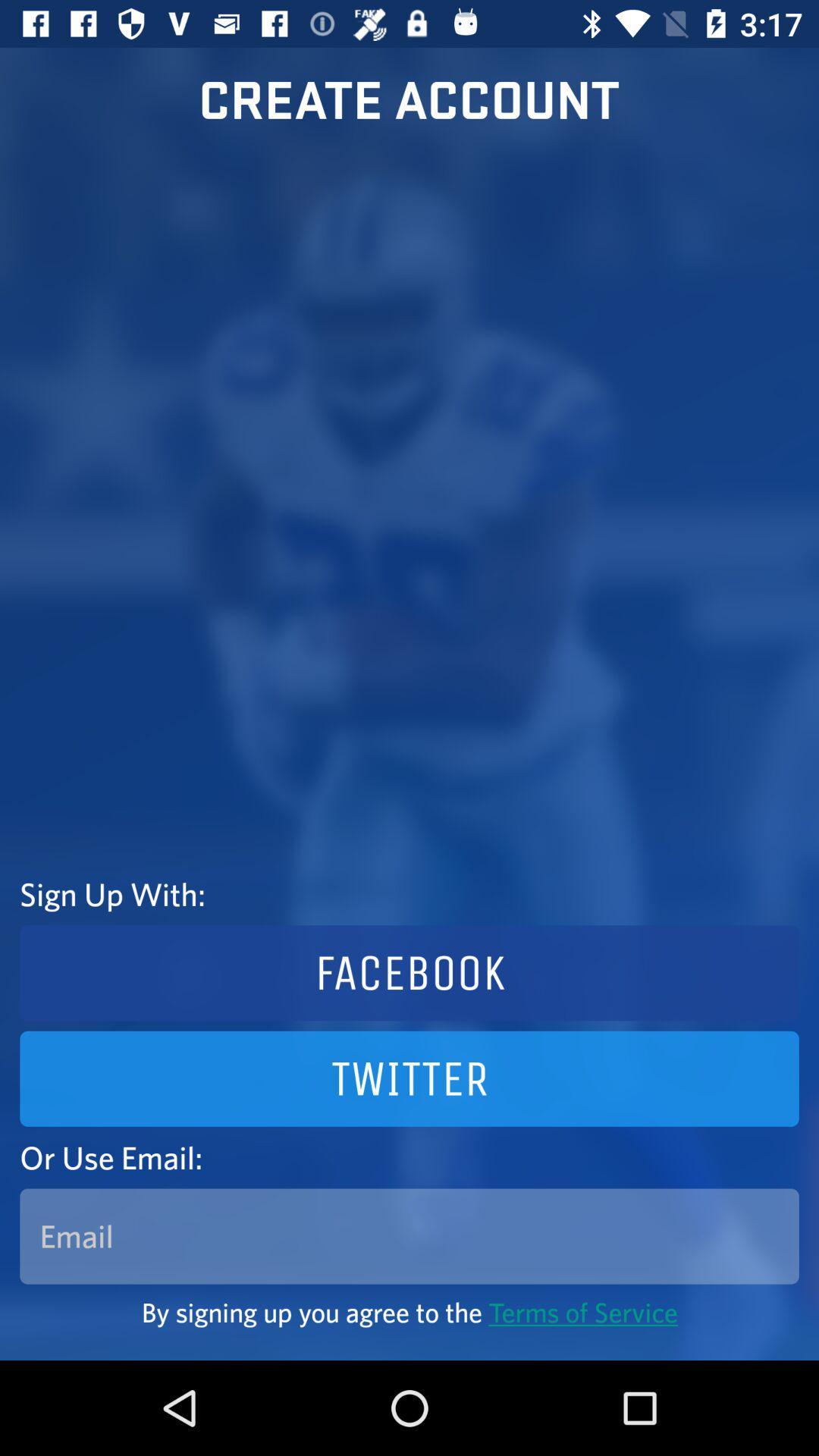 This screenshot has width=819, height=1456. I want to click on by signing up, so click(409, 1311).